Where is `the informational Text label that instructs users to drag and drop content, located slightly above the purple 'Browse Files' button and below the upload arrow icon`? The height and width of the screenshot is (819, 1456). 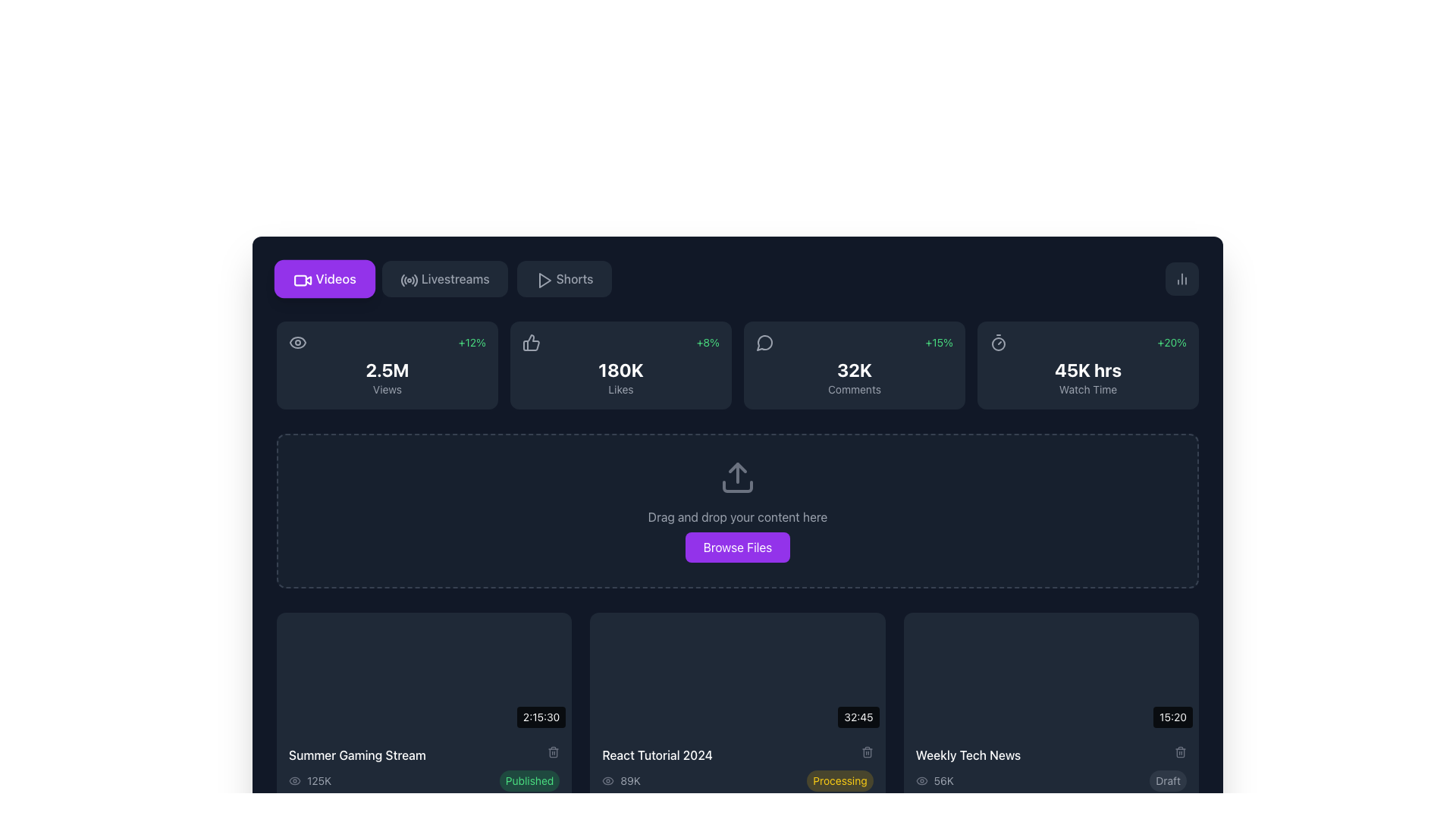 the informational Text label that instructs users to drag and drop content, located slightly above the purple 'Browse Files' button and below the upload arrow icon is located at coordinates (738, 516).